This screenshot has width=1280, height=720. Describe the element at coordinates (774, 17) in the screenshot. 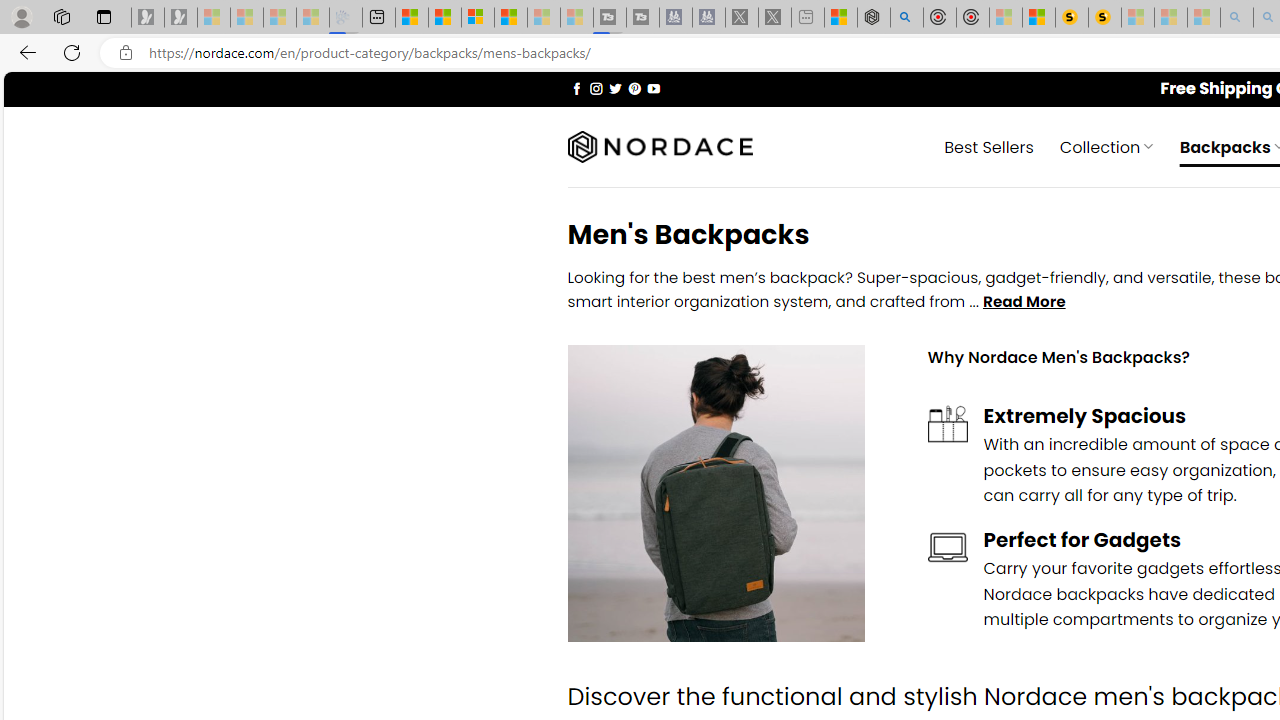

I see `'X - Sleeping'` at that location.